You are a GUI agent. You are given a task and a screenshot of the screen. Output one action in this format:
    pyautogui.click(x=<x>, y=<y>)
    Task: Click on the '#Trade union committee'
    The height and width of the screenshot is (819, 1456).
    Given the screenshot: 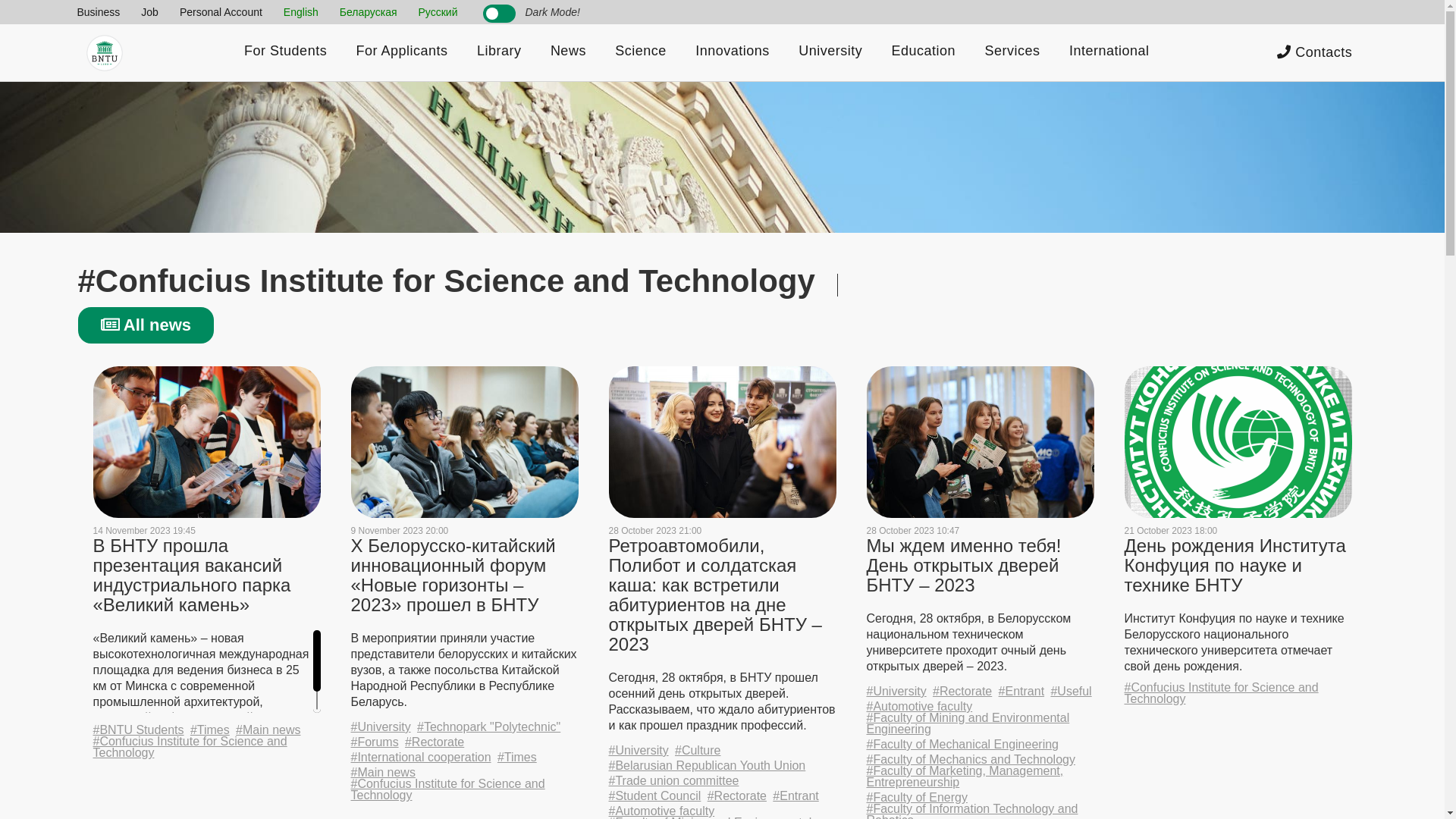 What is the action you would take?
    pyautogui.click(x=673, y=780)
    